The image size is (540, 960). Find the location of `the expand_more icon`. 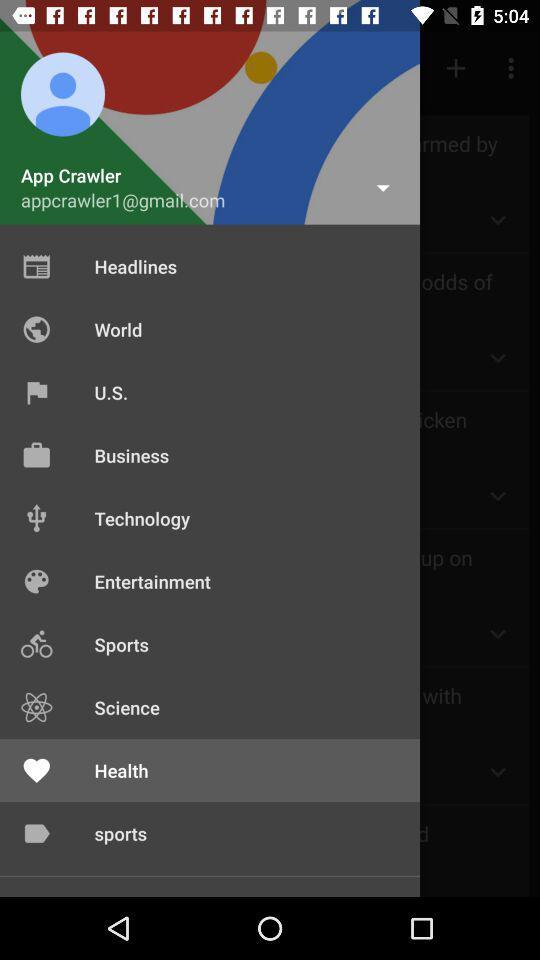

the expand_more icon is located at coordinates (496, 220).